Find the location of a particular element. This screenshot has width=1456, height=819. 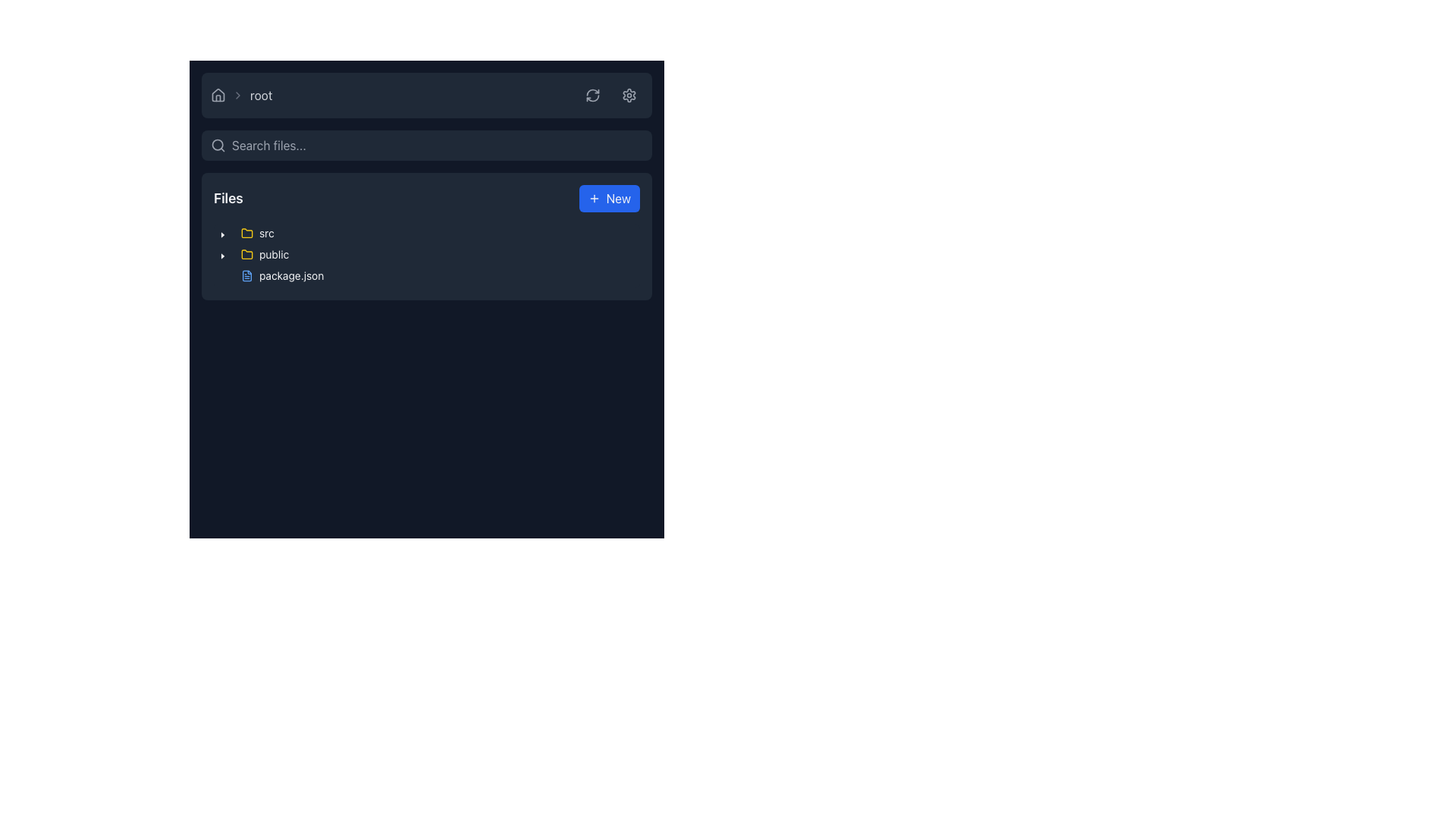

the small yellow folder icon located in the top left corner of the navigation interface is located at coordinates (247, 234).